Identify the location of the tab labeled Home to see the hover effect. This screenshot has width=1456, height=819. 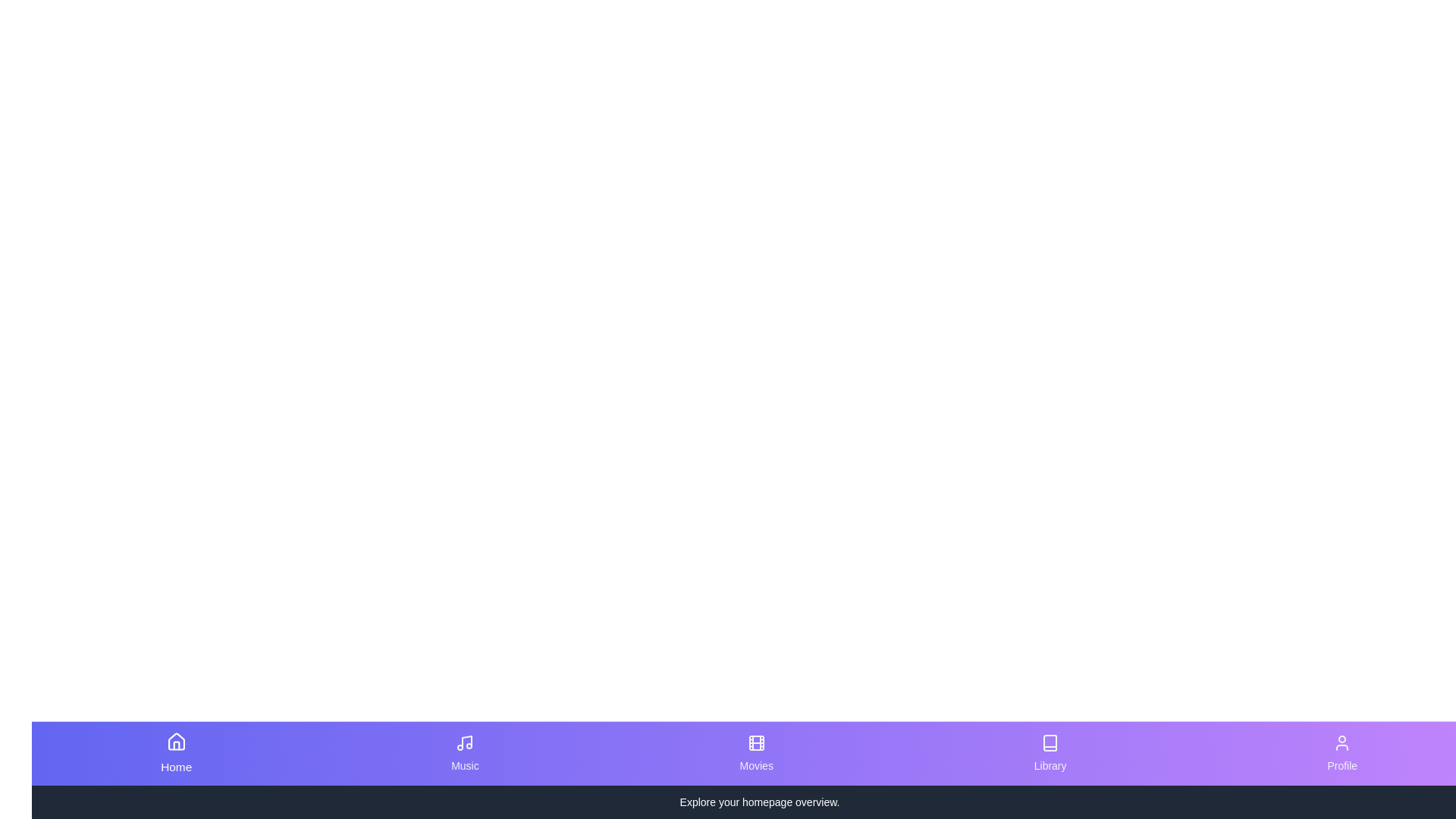
(176, 754).